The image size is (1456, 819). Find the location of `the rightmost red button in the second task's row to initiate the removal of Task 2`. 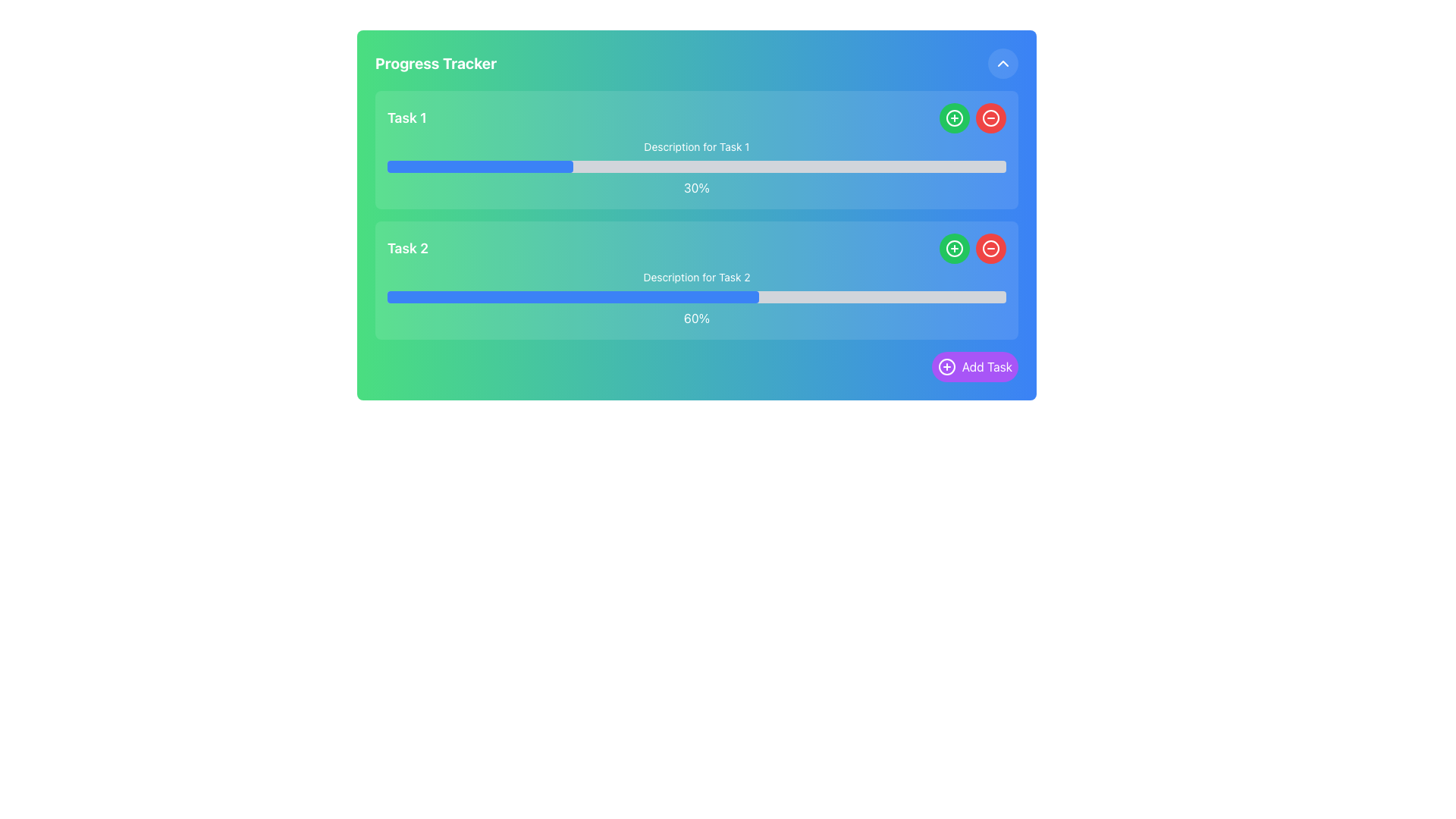

the rightmost red button in the second task's row to initiate the removal of Task 2 is located at coordinates (990, 247).